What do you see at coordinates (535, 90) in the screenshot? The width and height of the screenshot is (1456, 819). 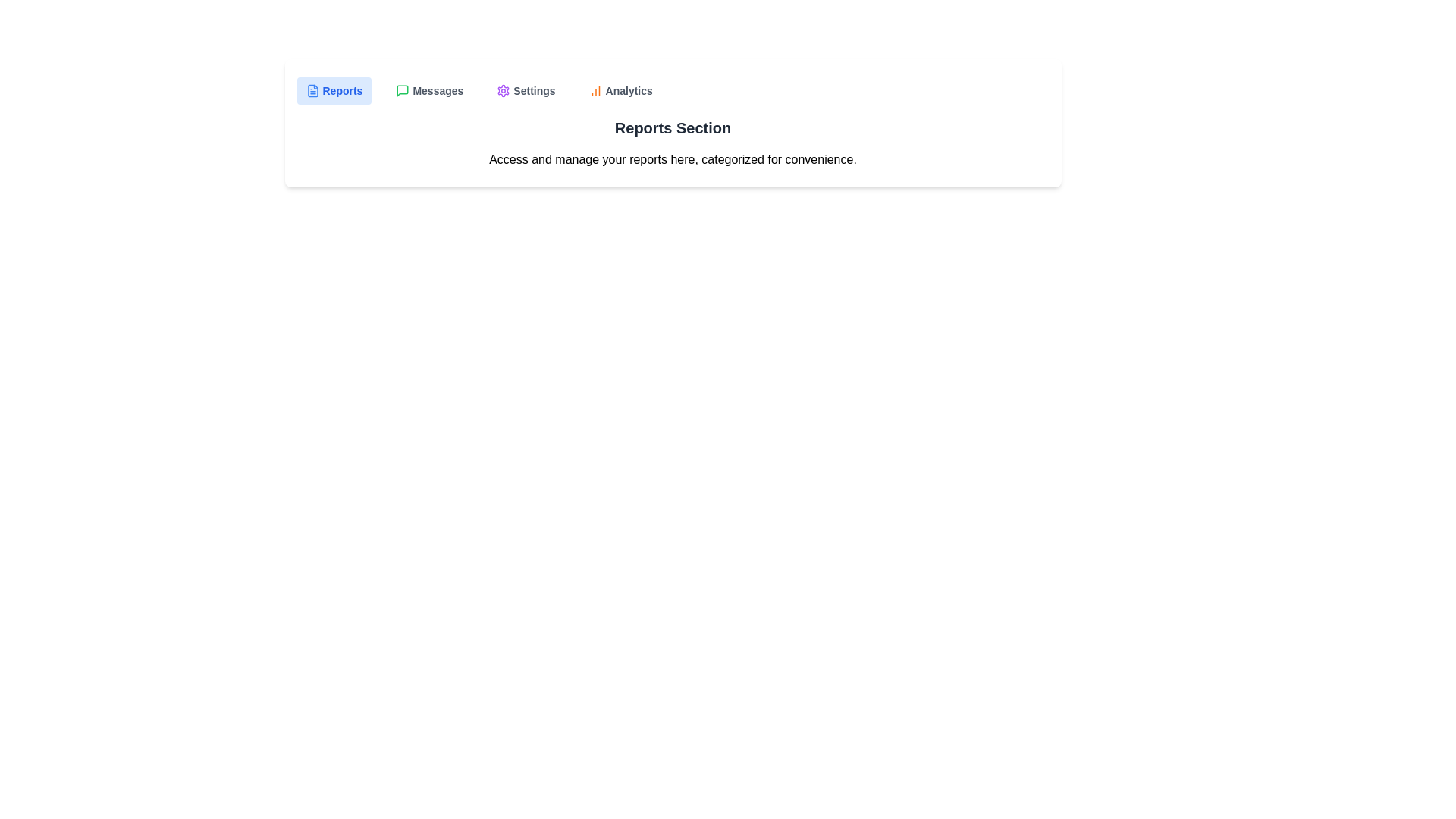 I see `the 'Settings' label located on the navigation bar, which is the rightmost option in a group of tabs including 'Reports,' 'Messages,' and 'Analytics.'` at bounding box center [535, 90].